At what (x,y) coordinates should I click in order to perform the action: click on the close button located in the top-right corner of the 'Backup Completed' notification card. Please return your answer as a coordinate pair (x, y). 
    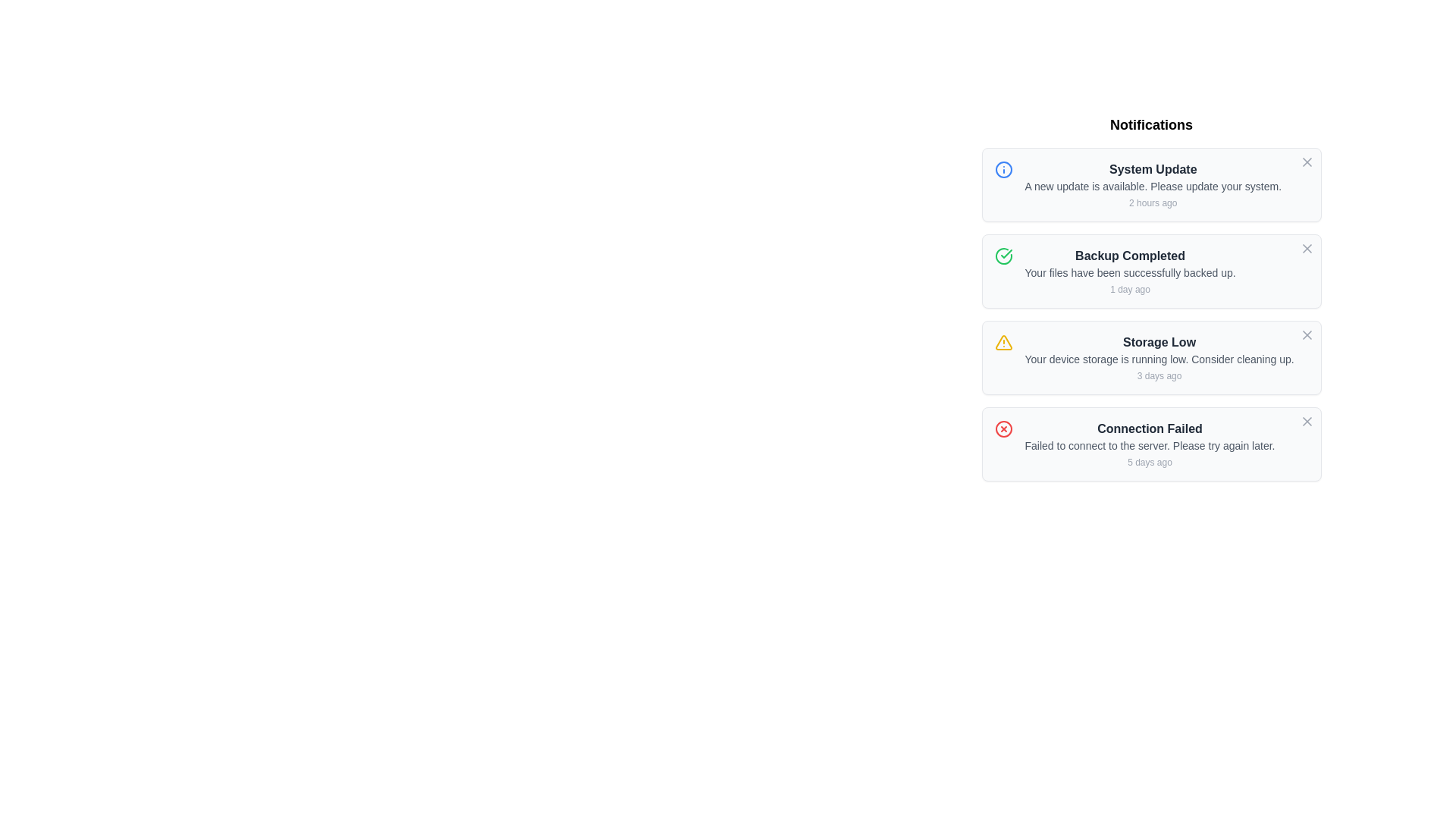
    Looking at the image, I should click on (1306, 247).